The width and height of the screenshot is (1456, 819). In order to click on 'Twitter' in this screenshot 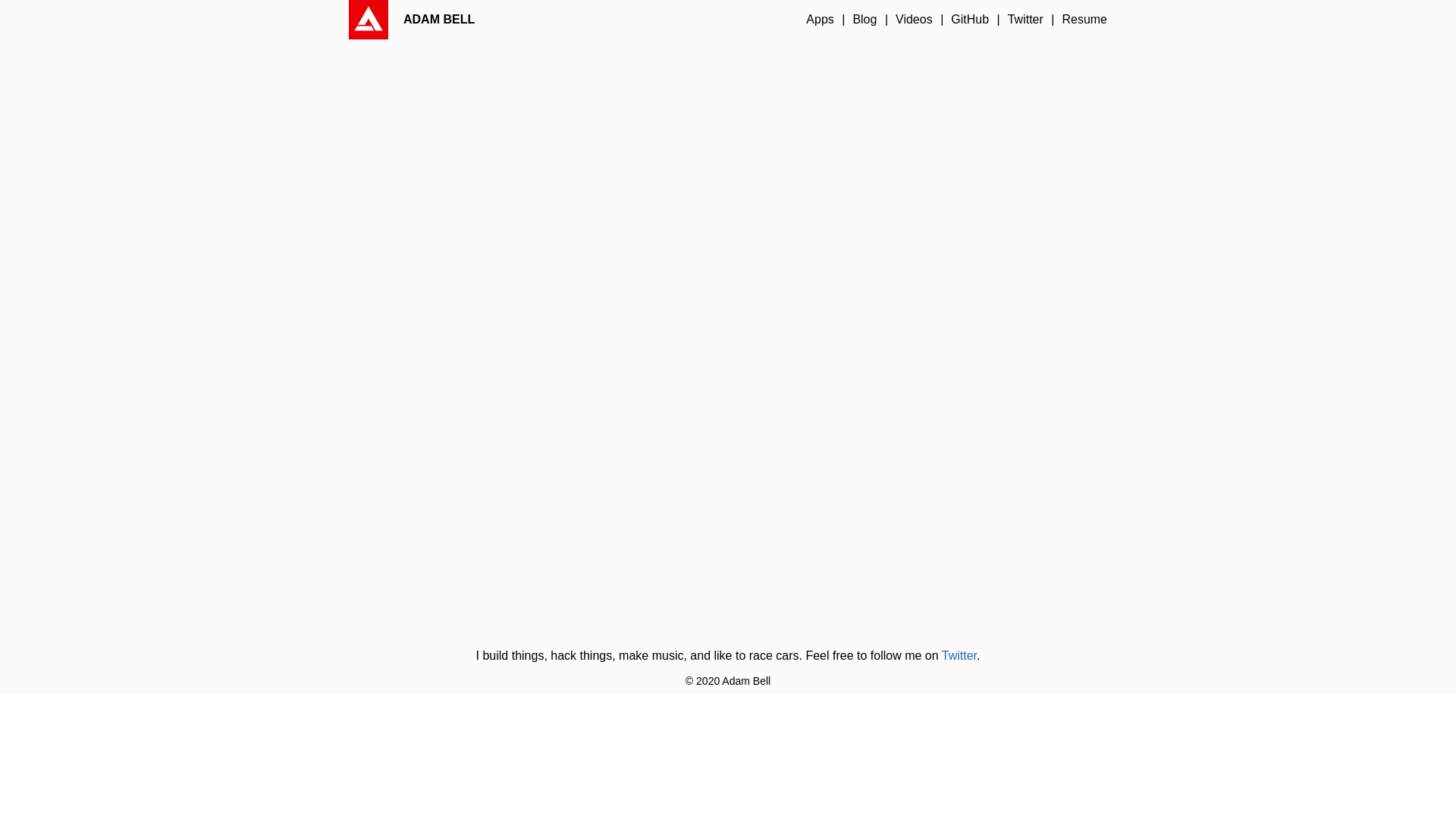, I will do `click(959, 654)`.